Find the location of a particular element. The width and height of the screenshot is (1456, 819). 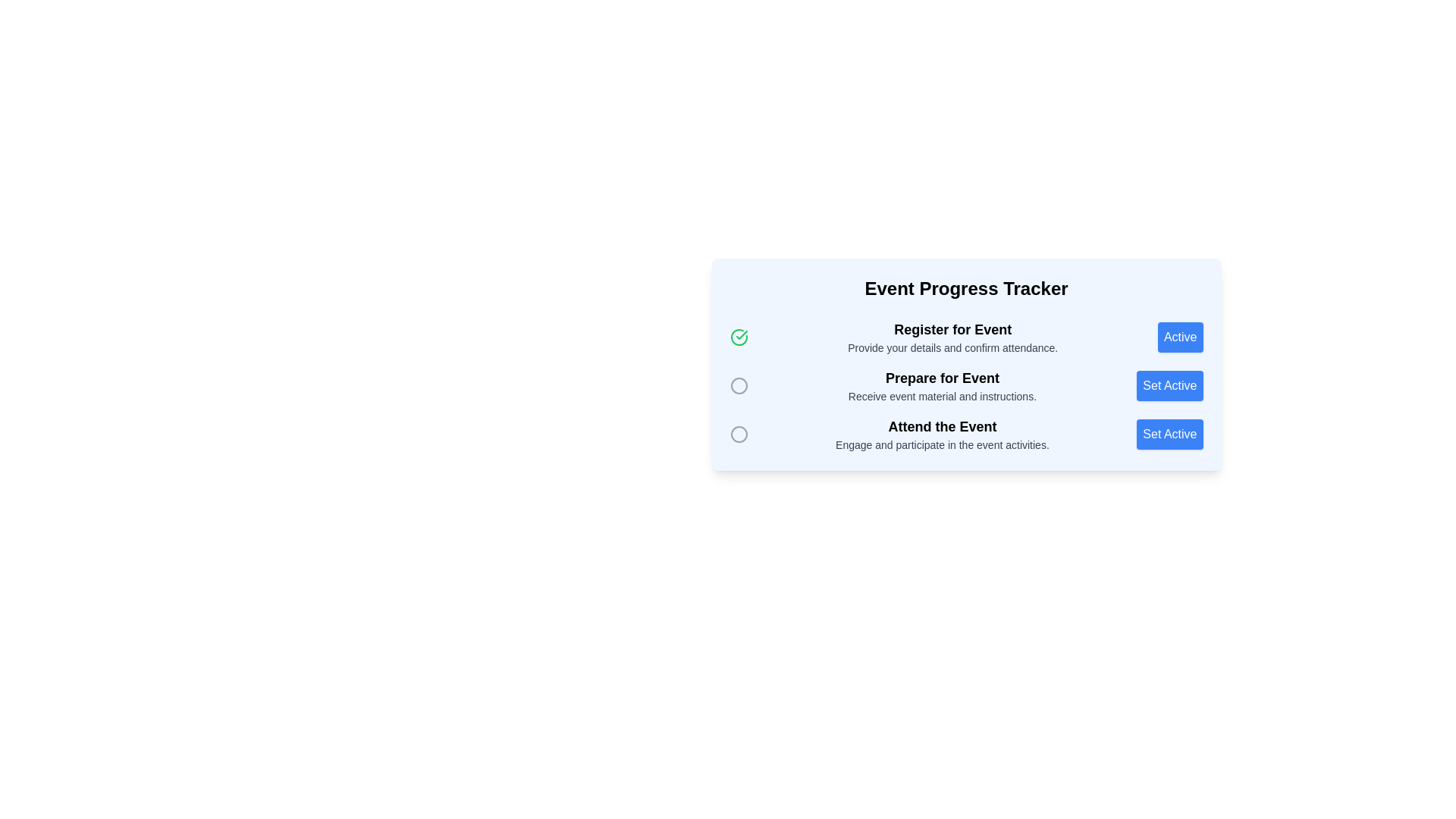

the text label that serves as the title for the associated step within the event tracker process, positioned between 'Register for Event' and 'Attend the Event' is located at coordinates (942, 377).